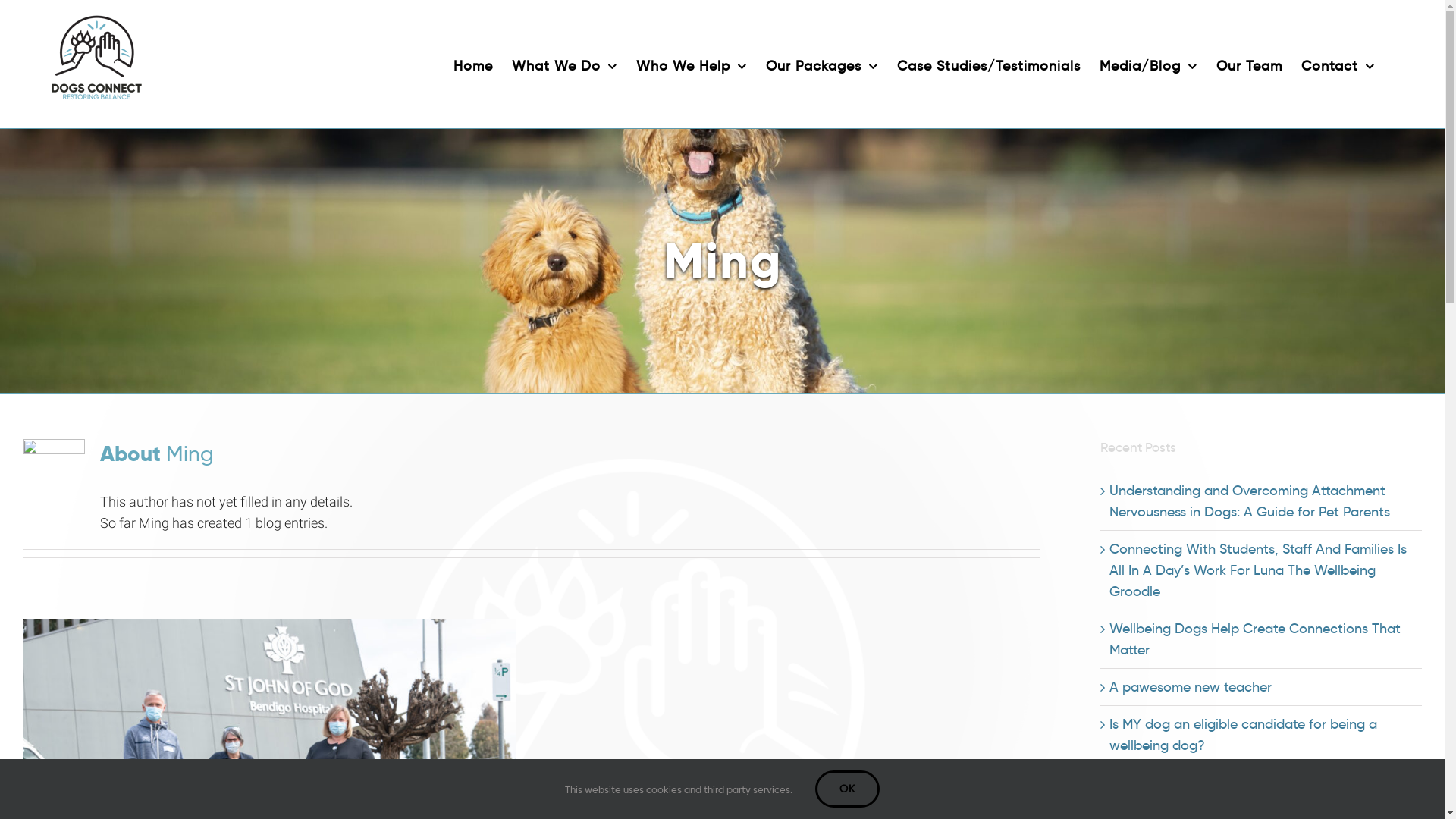 The width and height of the screenshot is (1456, 819). Describe the element at coordinates (636, 63) in the screenshot. I see `'Who We Help'` at that location.